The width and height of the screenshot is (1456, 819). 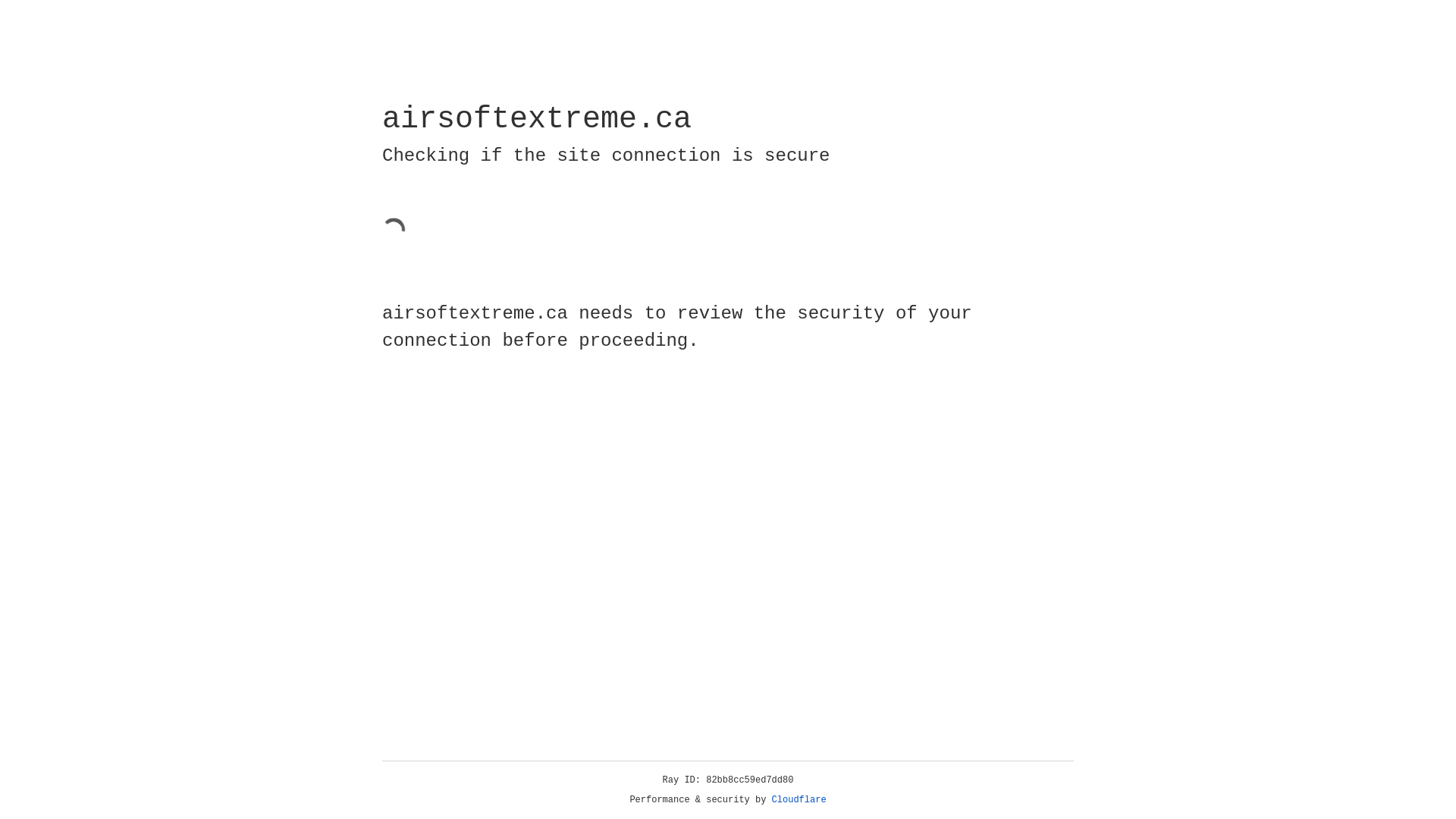 What do you see at coordinates (799, 799) in the screenshot?
I see `'Cloudflare'` at bounding box center [799, 799].